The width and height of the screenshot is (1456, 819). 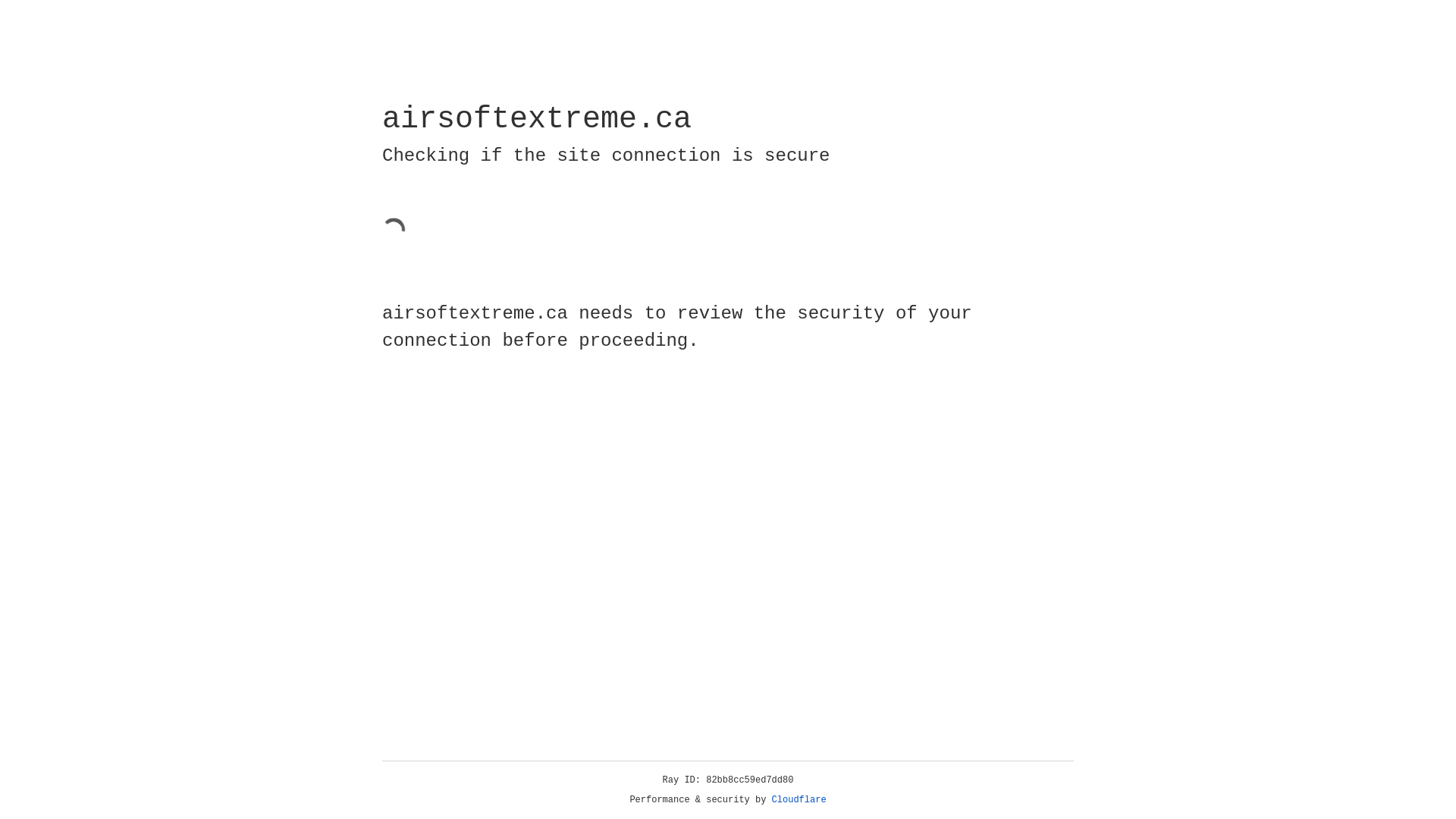 What do you see at coordinates (799, 799) in the screenshot?
I see `'Cloudflare'` at bounding box center [799, 799].